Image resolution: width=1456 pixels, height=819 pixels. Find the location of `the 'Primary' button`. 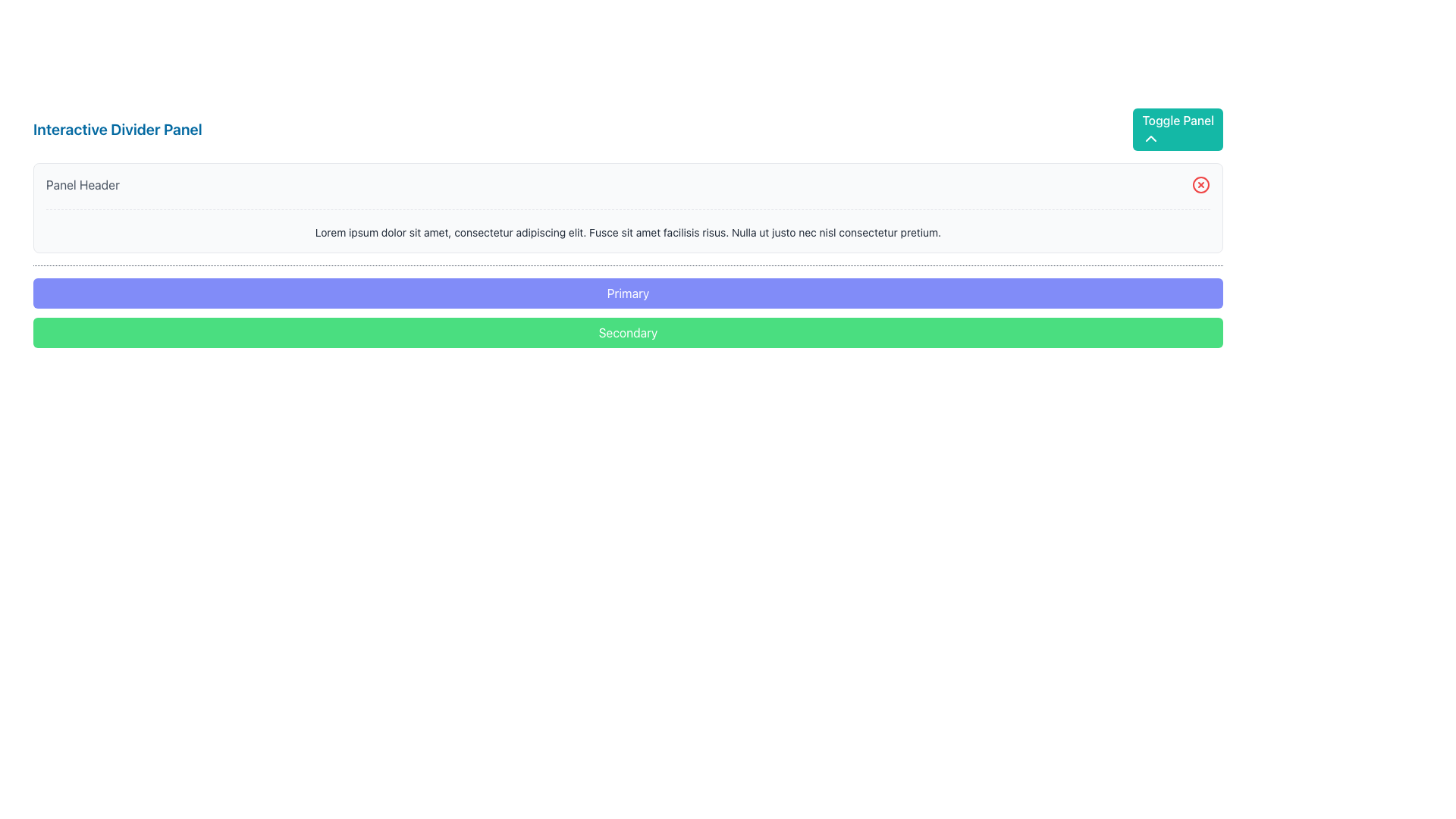

the 'Primary' button is located at coordinates (628, 293).